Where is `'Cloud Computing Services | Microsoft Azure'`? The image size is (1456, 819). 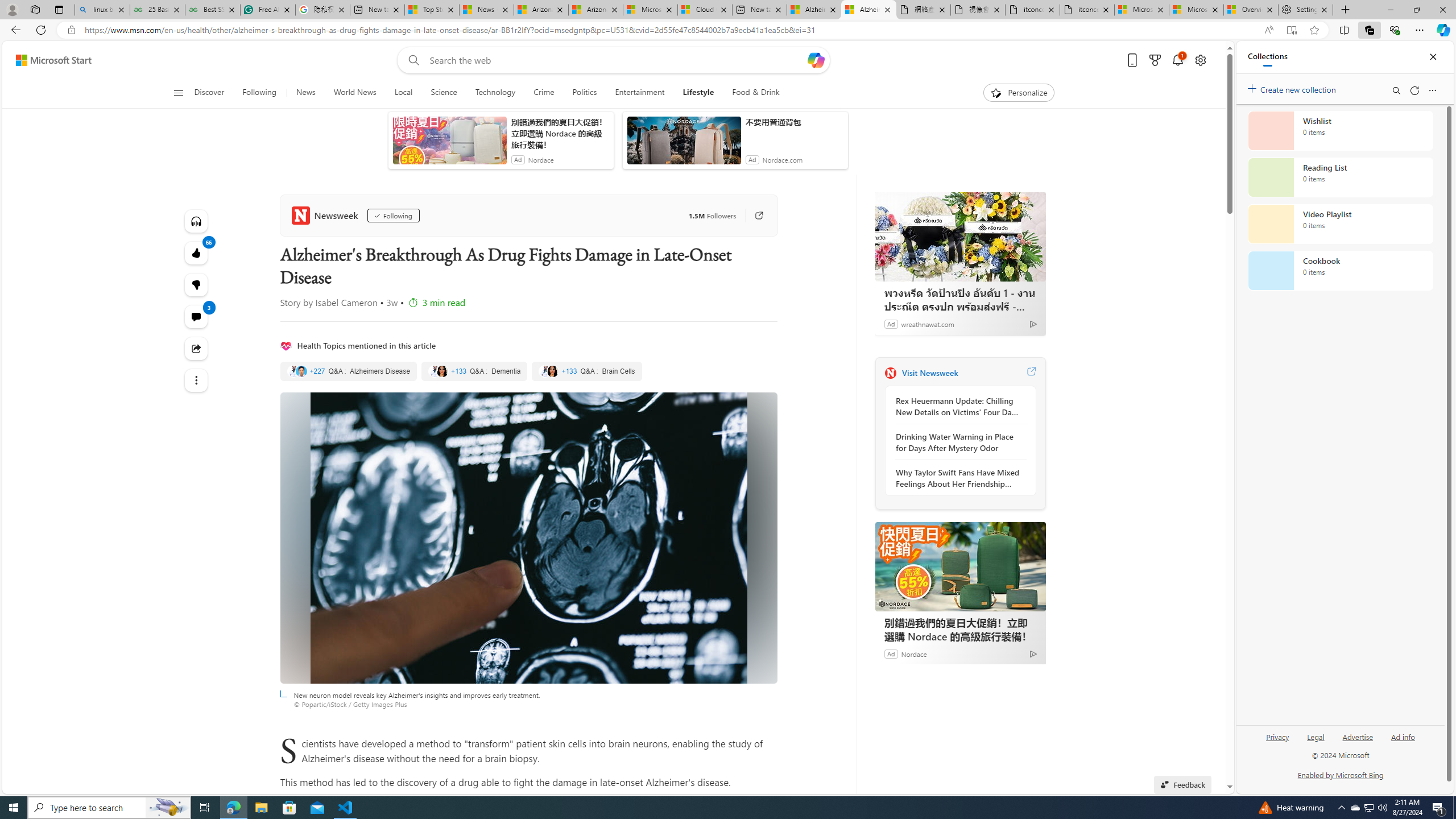 'Cloud Computing Services | Microsoft Azure' is located at coordinates (705, 9).